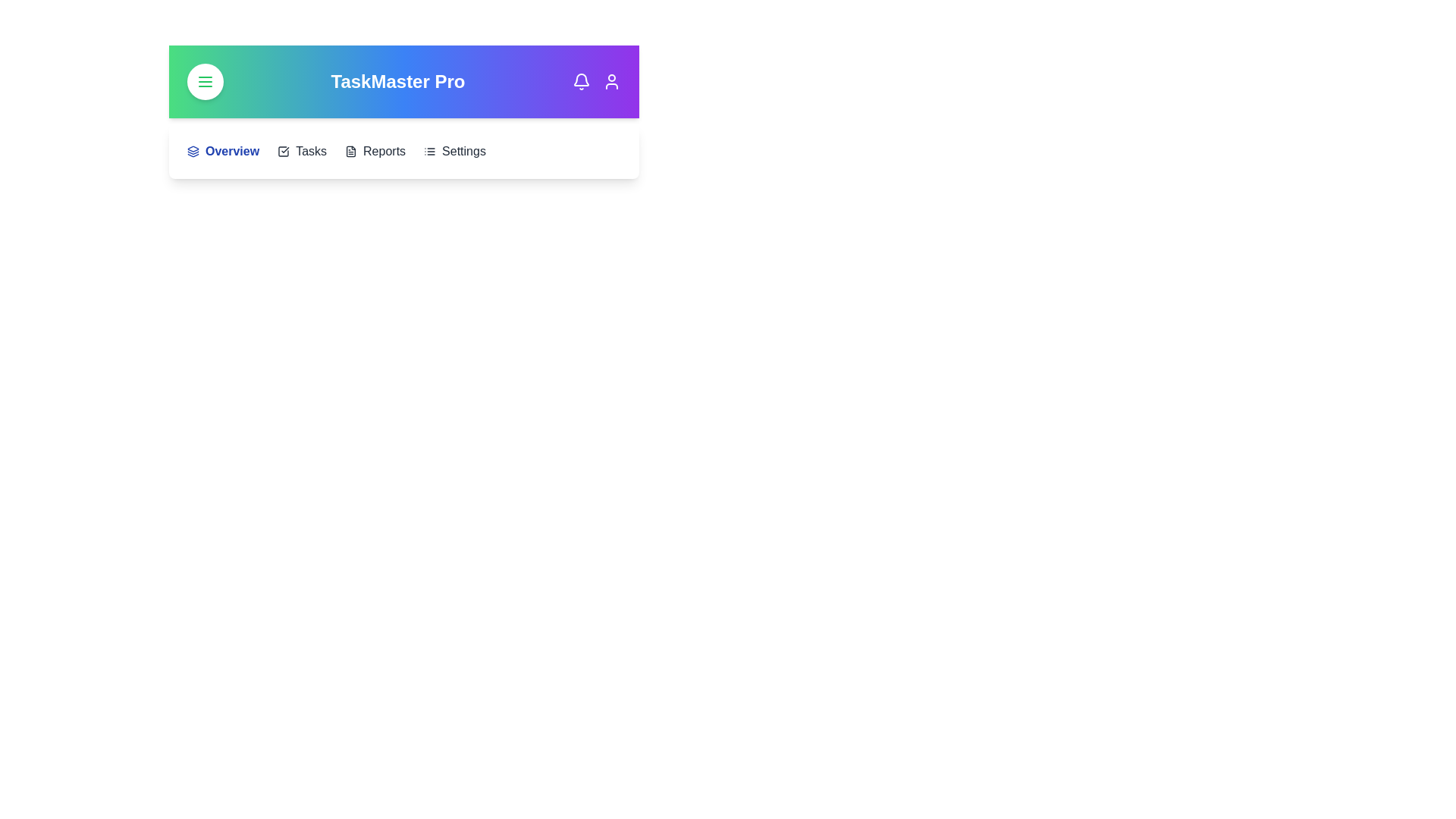 The image size is (1456, 819). Describe the element at coordinates (302, 152) in the screenshot. I see `the tab Tasks from the navigation bar` at that location.